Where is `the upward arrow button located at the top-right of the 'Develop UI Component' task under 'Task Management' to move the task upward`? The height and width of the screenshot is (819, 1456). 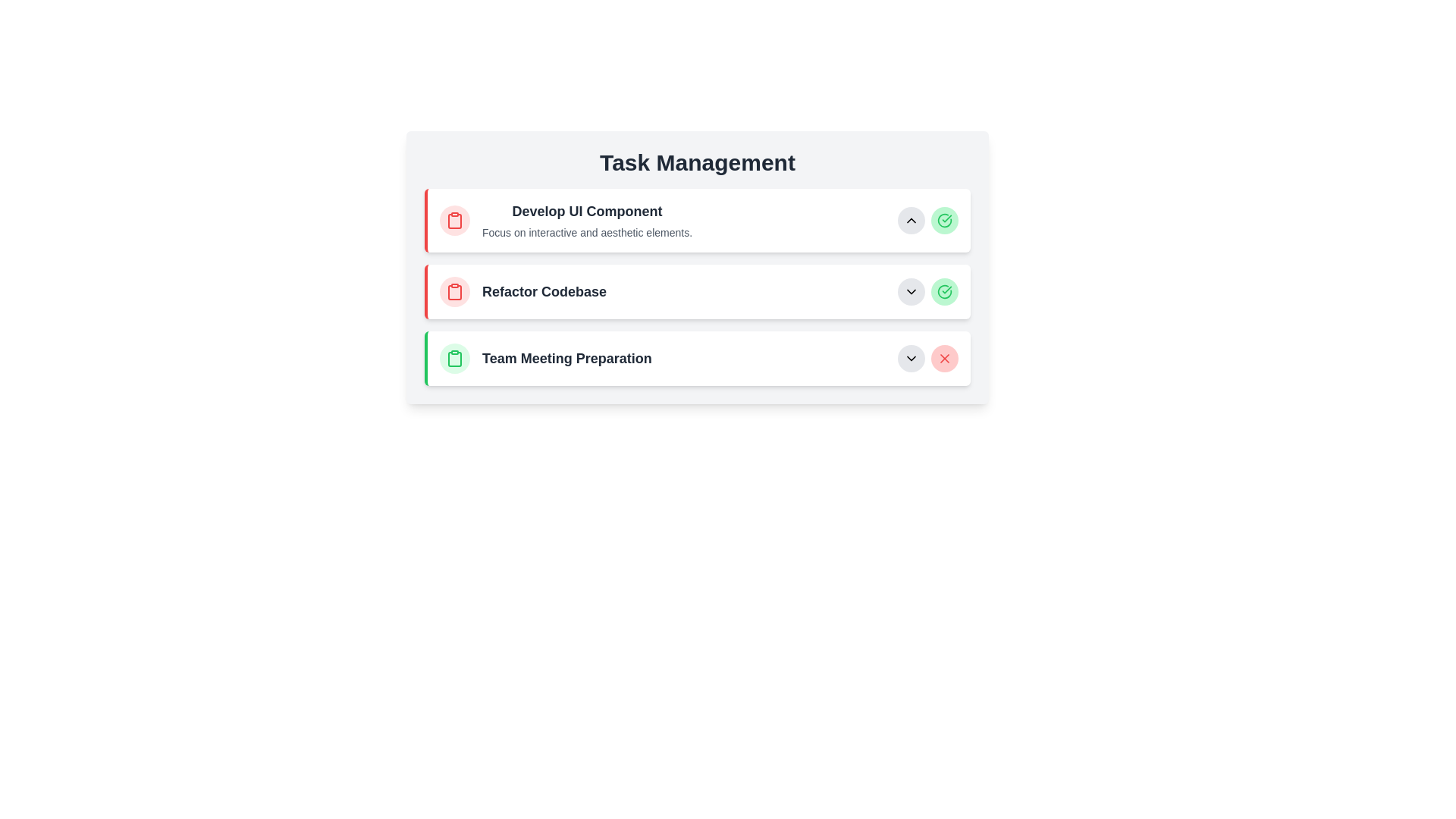
the upward arrow button located at the top-right of the 'Develop UI Component' task under 'Task Management' to move the task upward is located at coordinates (927, 220).